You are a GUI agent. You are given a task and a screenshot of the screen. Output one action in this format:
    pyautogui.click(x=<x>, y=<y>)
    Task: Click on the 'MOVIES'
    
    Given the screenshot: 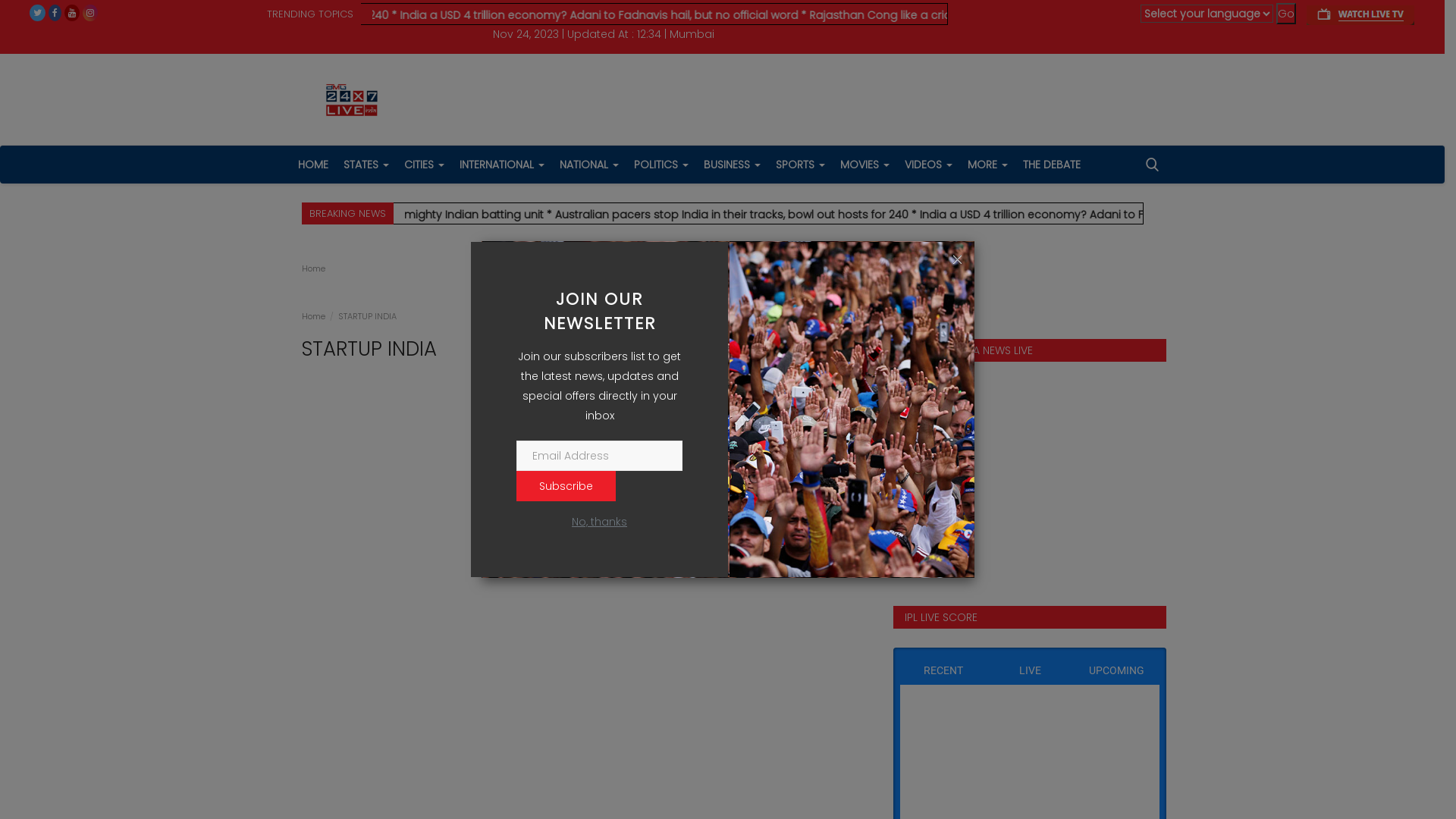 What is the action you would take?
    pyautogui.click(x=864, y=164)
    